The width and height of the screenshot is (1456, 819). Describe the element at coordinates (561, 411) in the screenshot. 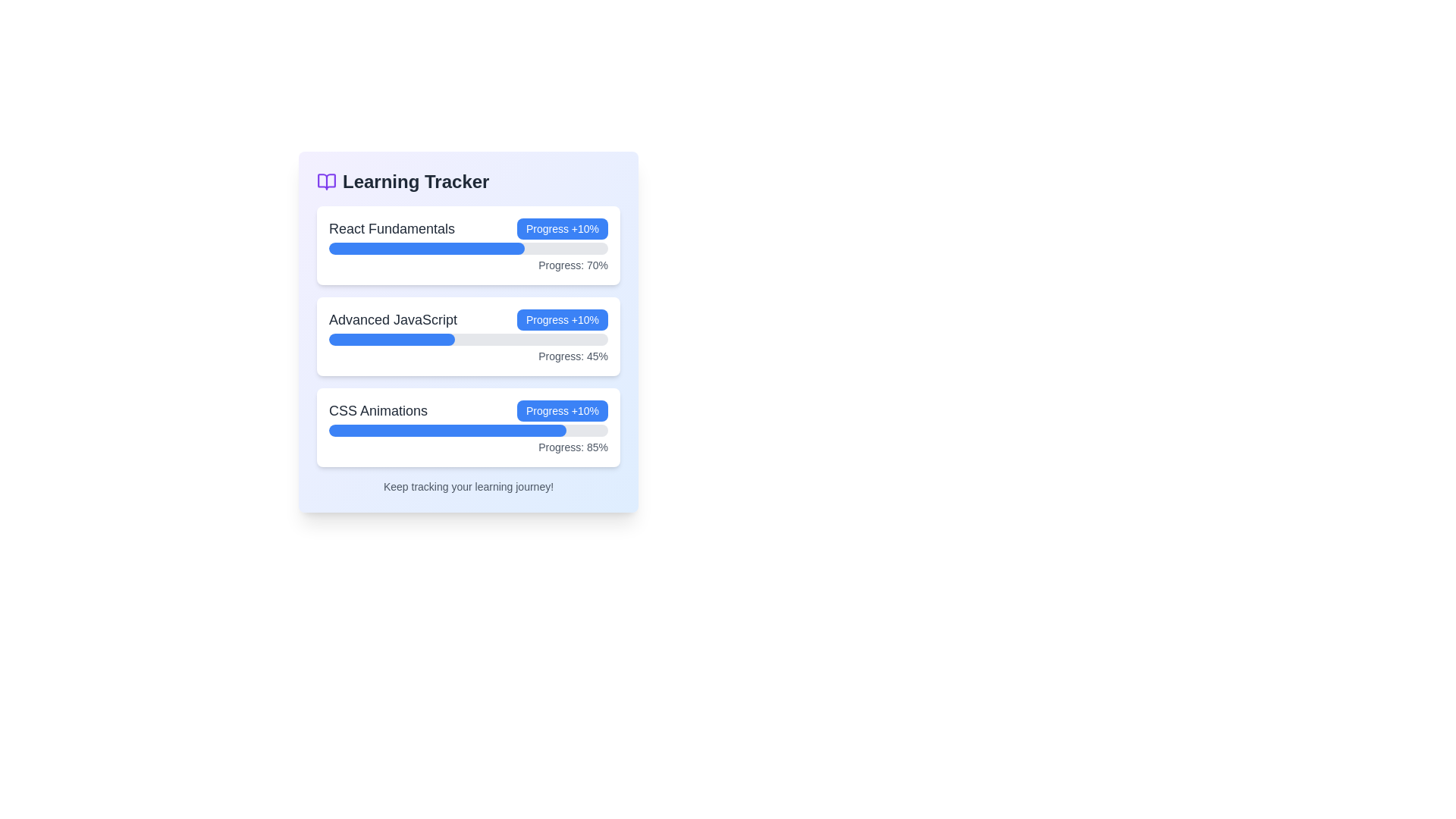

I see `the button labeled 'Progress +10%' which has a vibrant blue background and rounded corners` at that location.